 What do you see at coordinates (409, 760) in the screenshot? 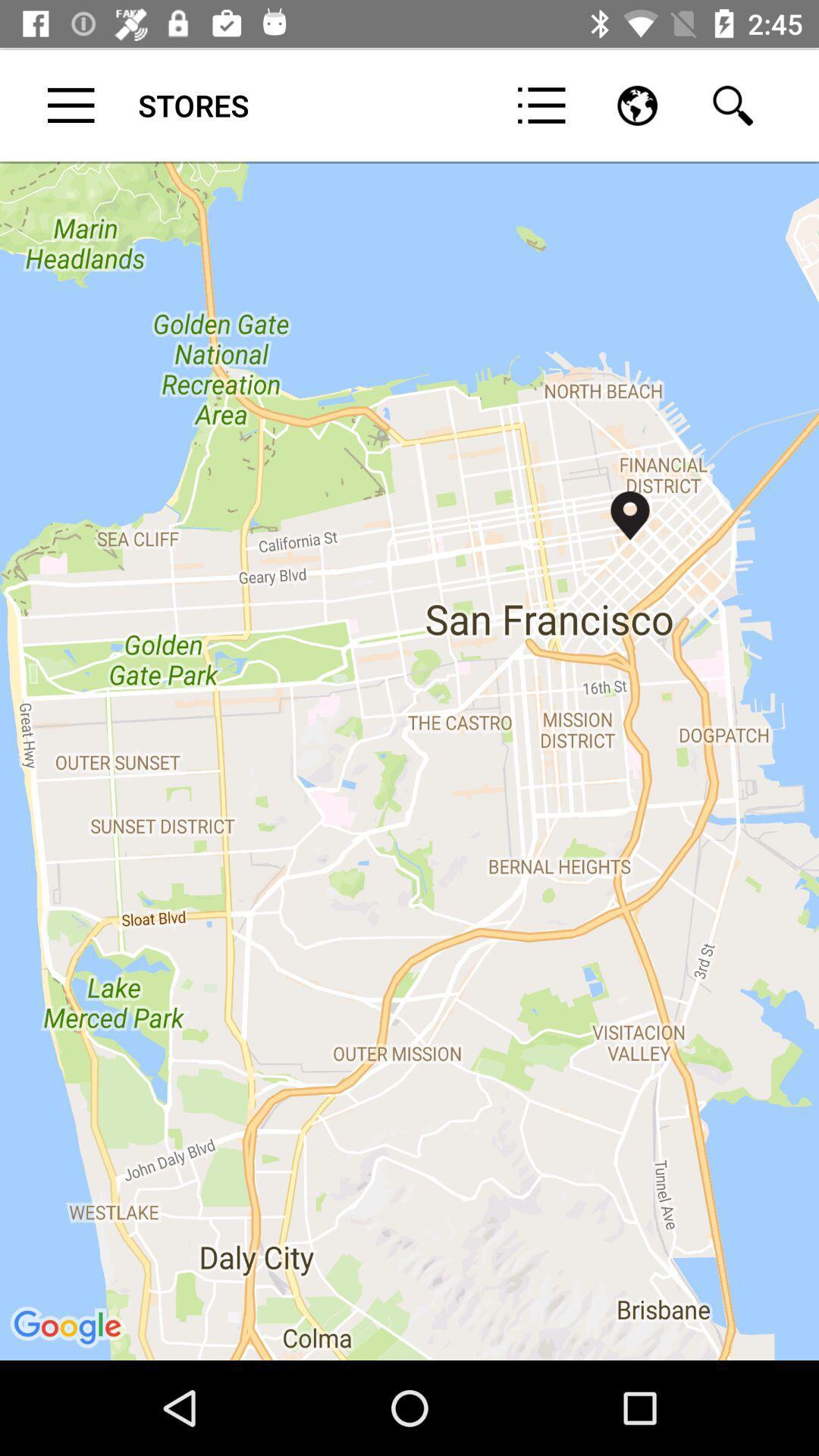
I see `item at the center` at bounding box center [409, 760].